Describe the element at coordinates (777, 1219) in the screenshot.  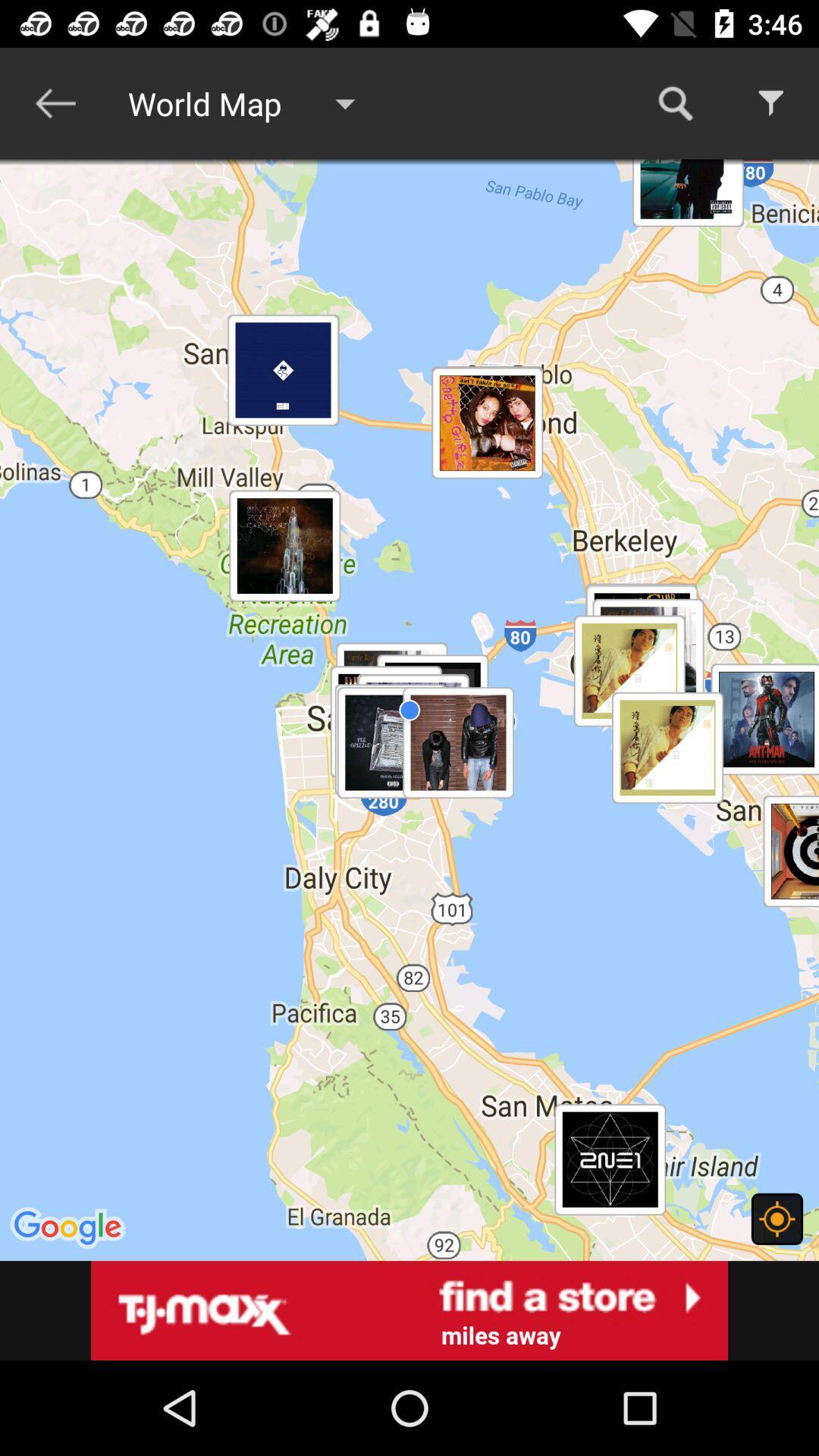
I see `current location` at that location.